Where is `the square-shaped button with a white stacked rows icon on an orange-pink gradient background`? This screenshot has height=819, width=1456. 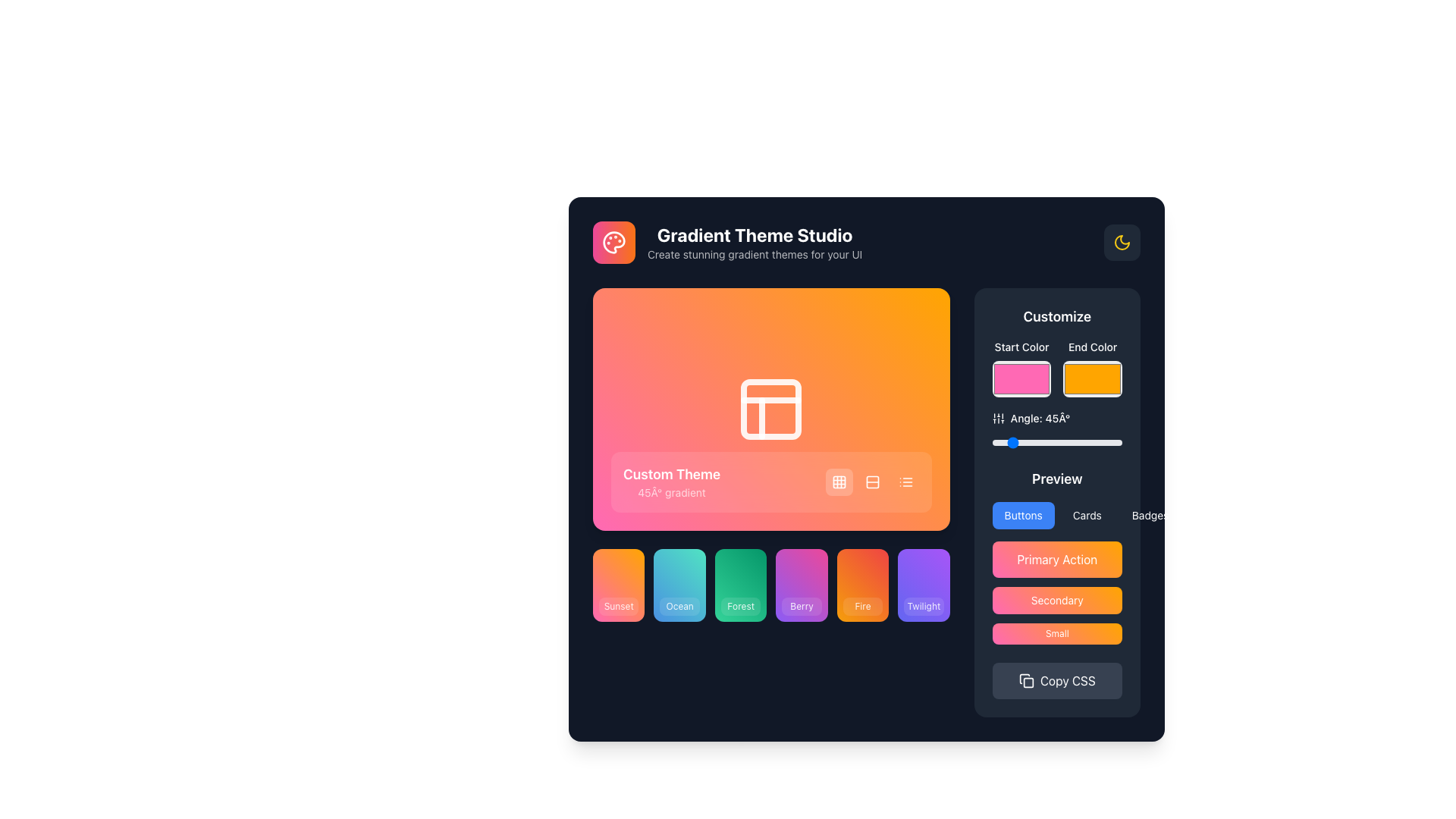 the square-shaped button with a white stacked rows icon on an orange-pink gradient background is located at coordinates (872, 482).